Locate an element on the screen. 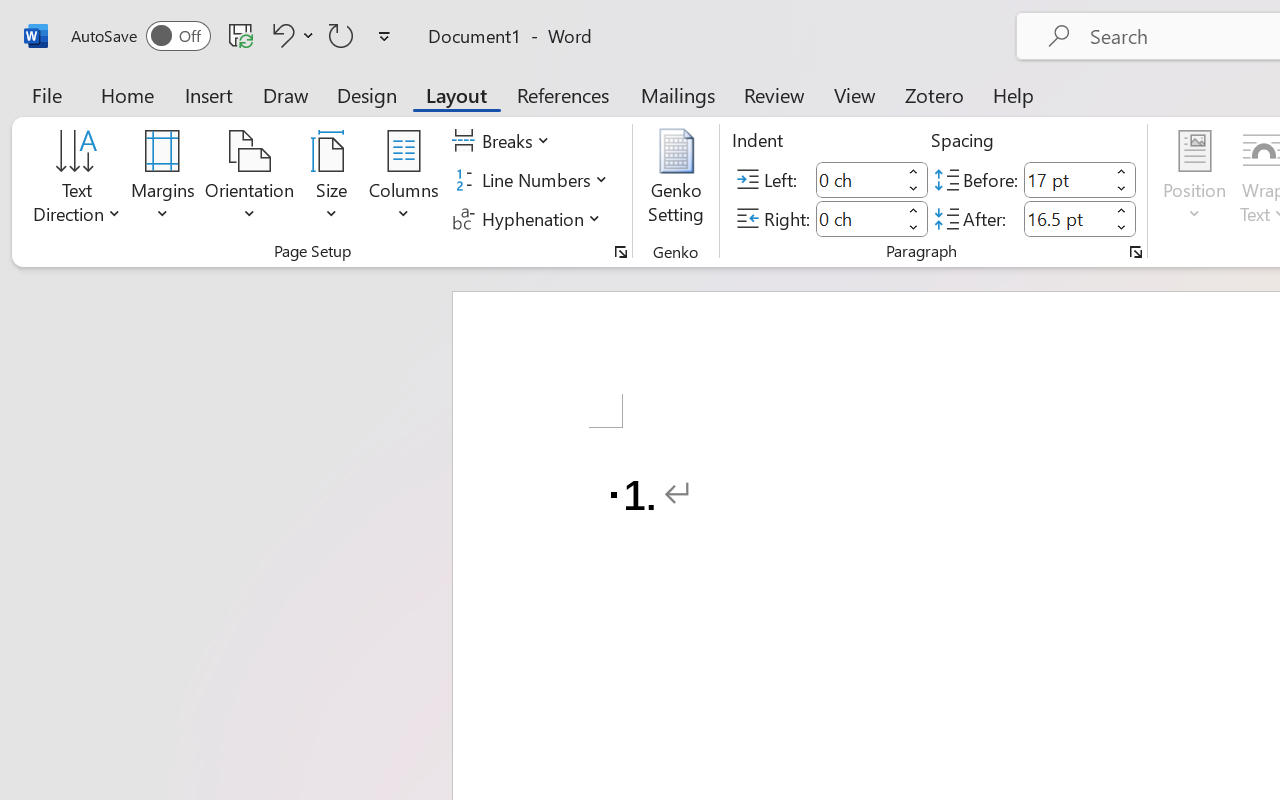 The width and height of the screenshot is (1280, 800). 'Columns' is located at coordinates (403, 179).